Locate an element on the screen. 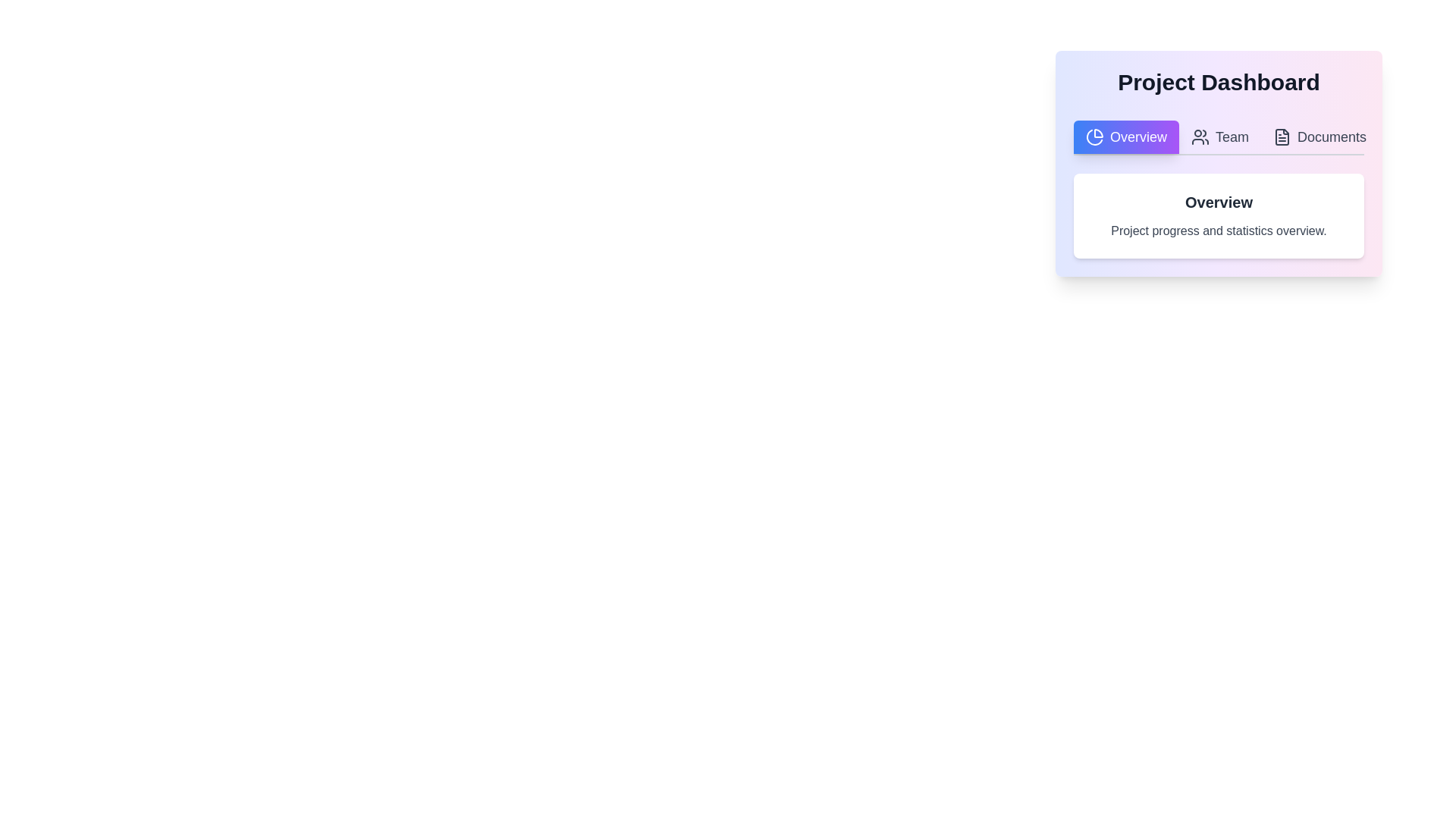  the Overview tab by clicking its corresponding button is located at coordinates (1126, 137).